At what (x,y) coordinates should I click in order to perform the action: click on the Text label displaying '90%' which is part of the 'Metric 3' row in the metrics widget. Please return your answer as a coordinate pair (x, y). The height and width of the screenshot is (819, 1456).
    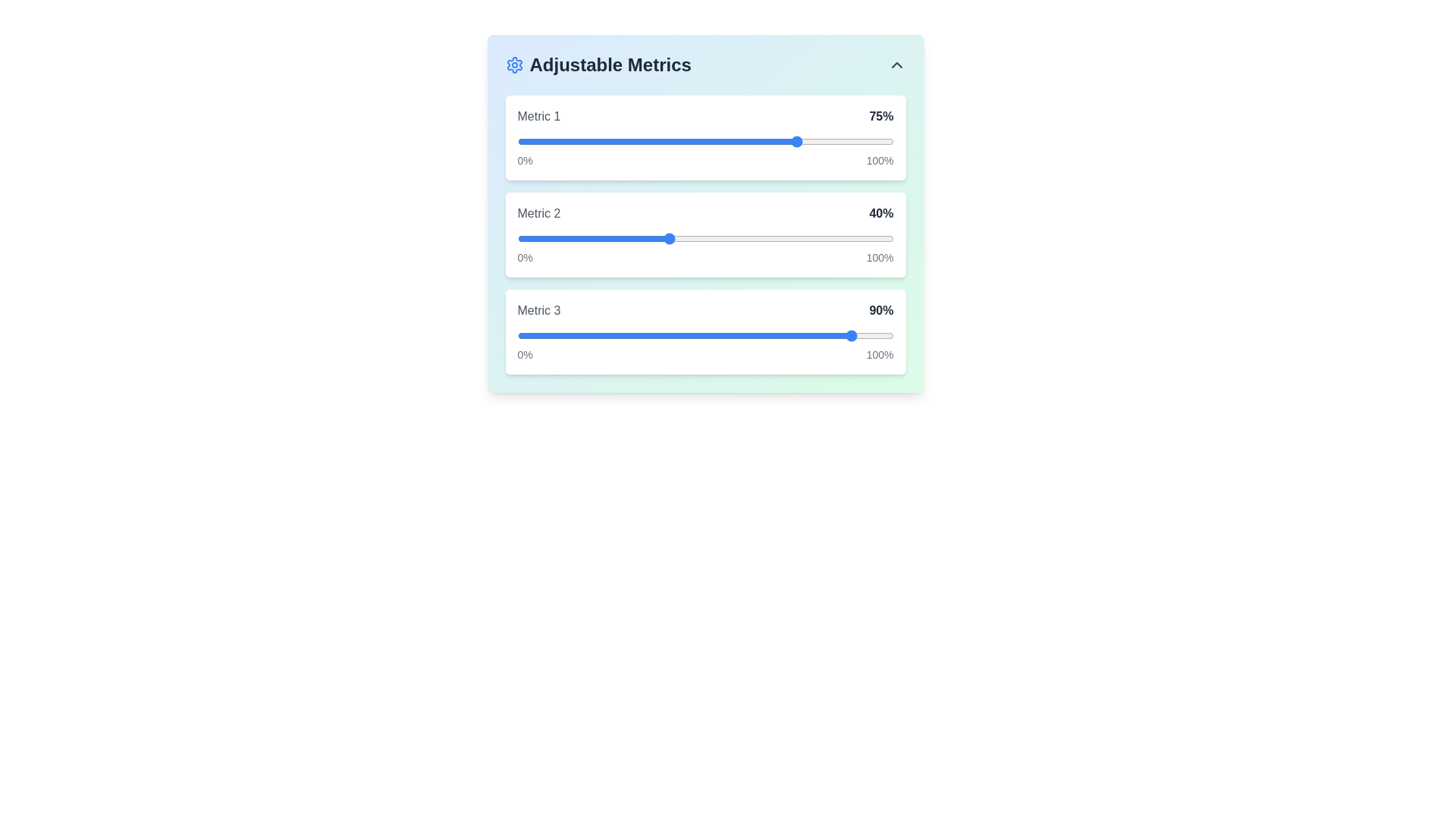
    Looking at the image, I should click on (881, 309).